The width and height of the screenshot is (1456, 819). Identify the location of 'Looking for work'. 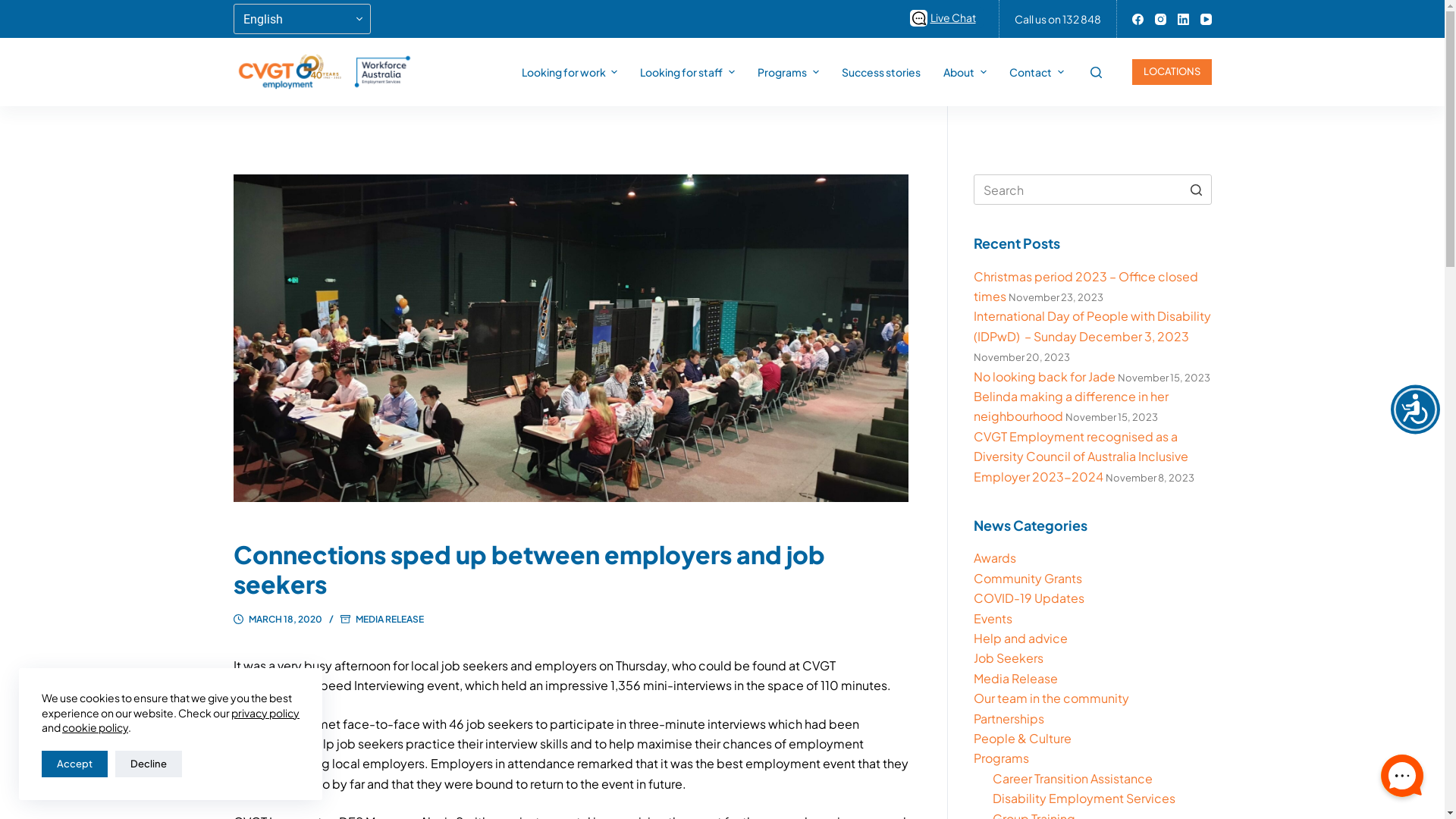
(569, 72).